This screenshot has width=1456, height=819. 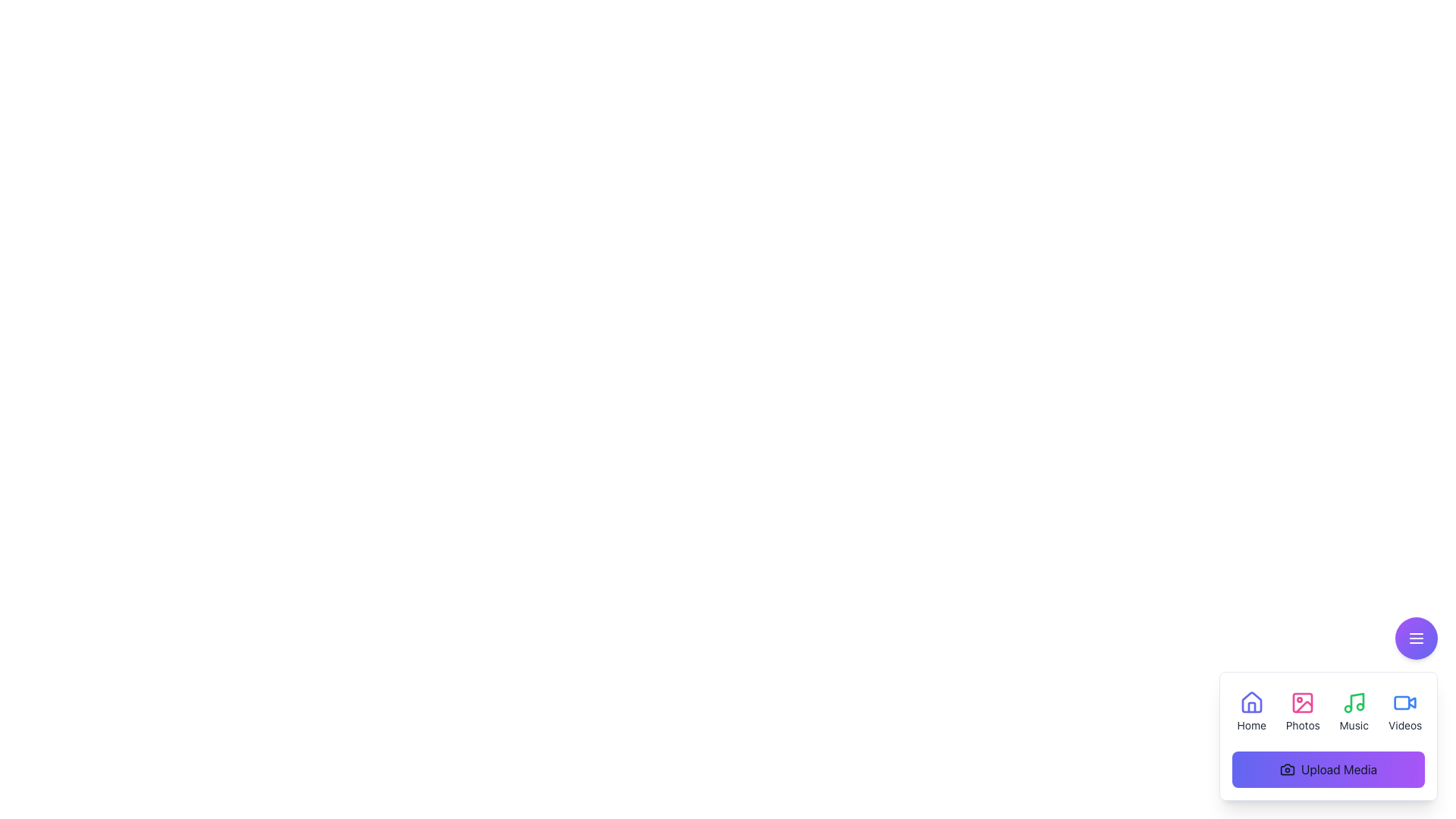 I want to click on the 'Photos' button with an image icon, which is styled with gray text that changes to pink when hovered, located in the second column of a four-column grid layout in the bottom-right corner of the interface, so click(x=1302, y=711).